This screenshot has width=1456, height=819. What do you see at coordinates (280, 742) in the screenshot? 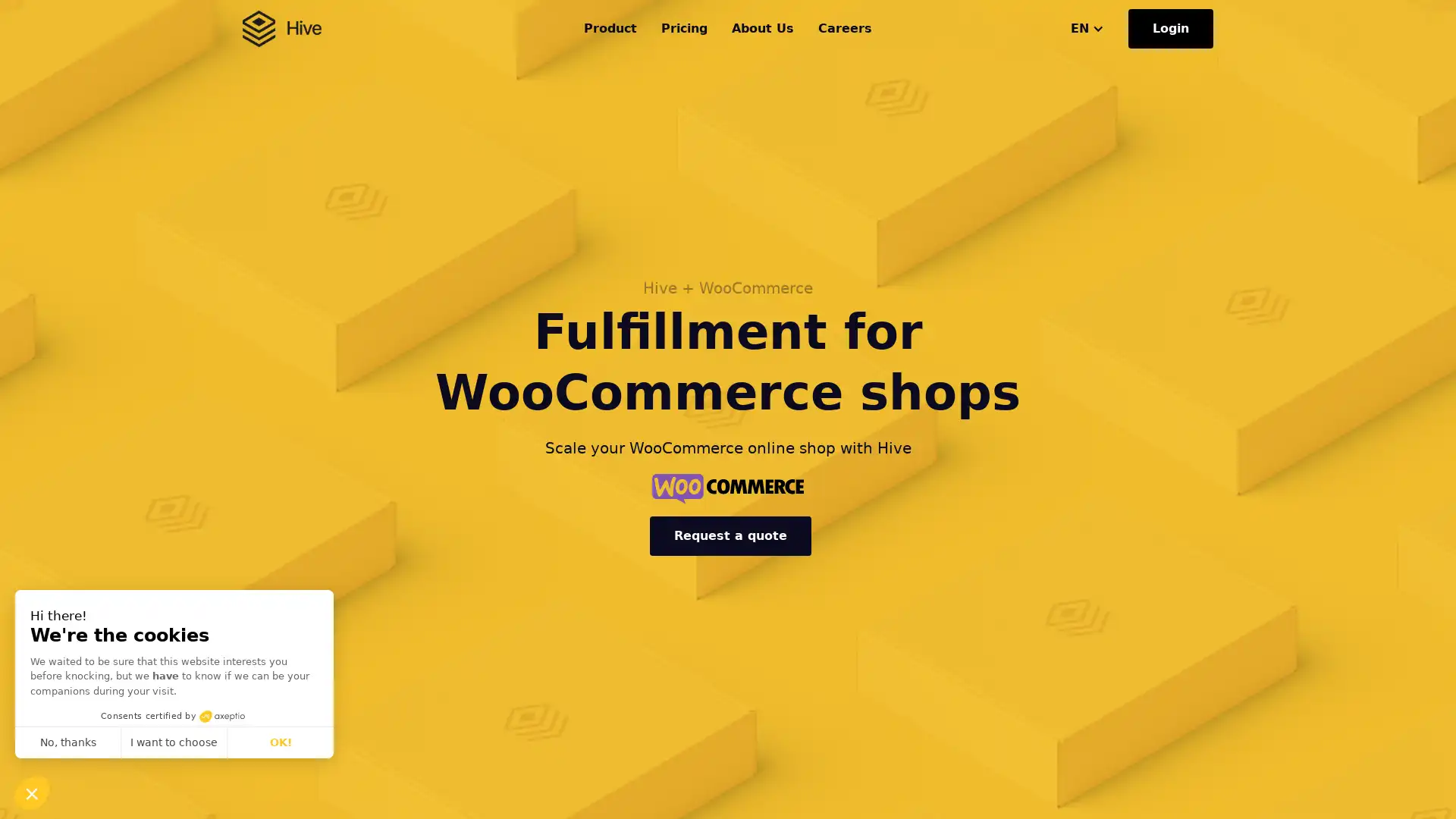
I see `OK!` at bounding box center [280, 742].